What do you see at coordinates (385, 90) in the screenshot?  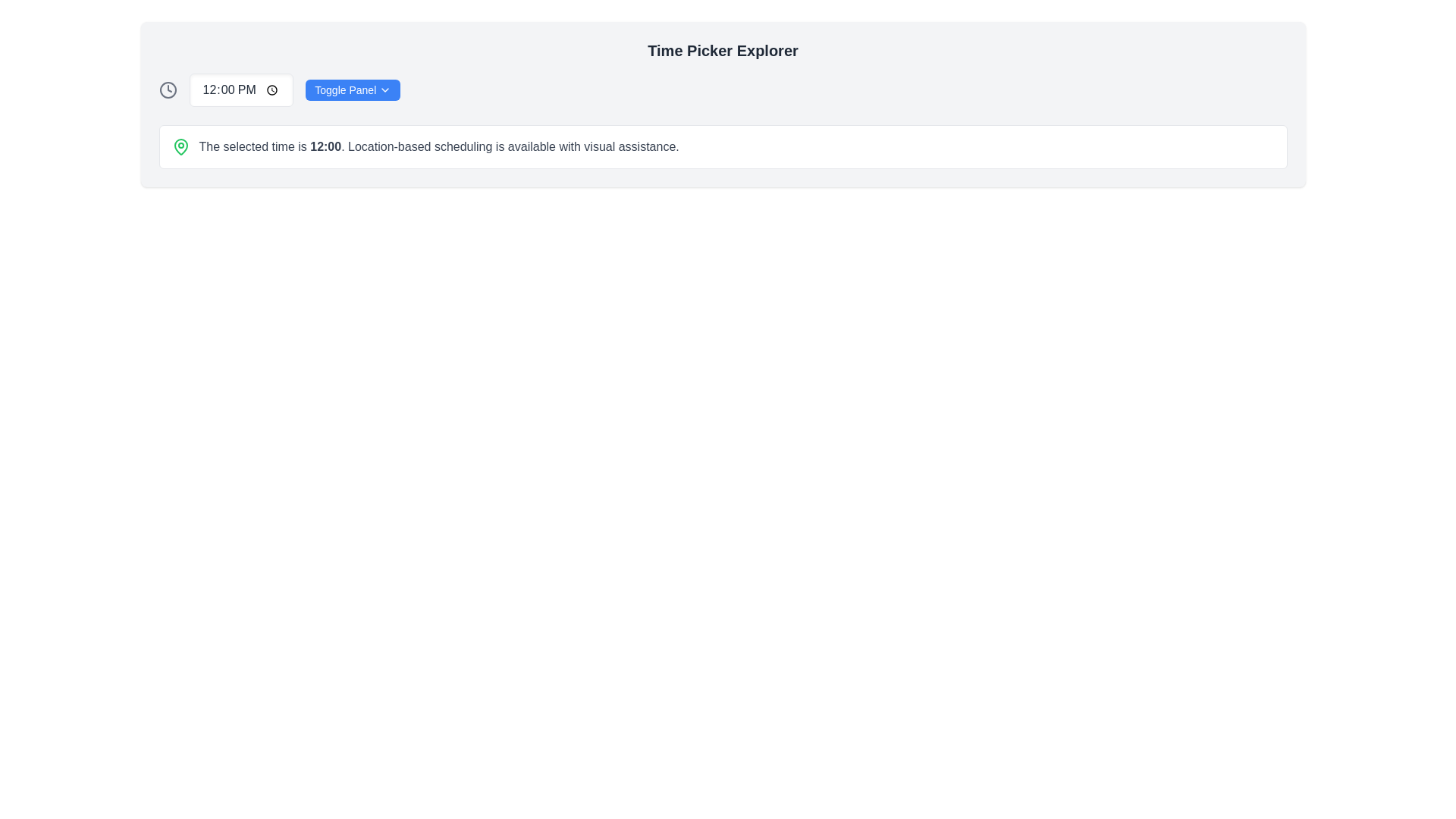 I see `the chevron-down icon located to the right of the 'Toggle Panel' button` at bounding box center [385, 90].